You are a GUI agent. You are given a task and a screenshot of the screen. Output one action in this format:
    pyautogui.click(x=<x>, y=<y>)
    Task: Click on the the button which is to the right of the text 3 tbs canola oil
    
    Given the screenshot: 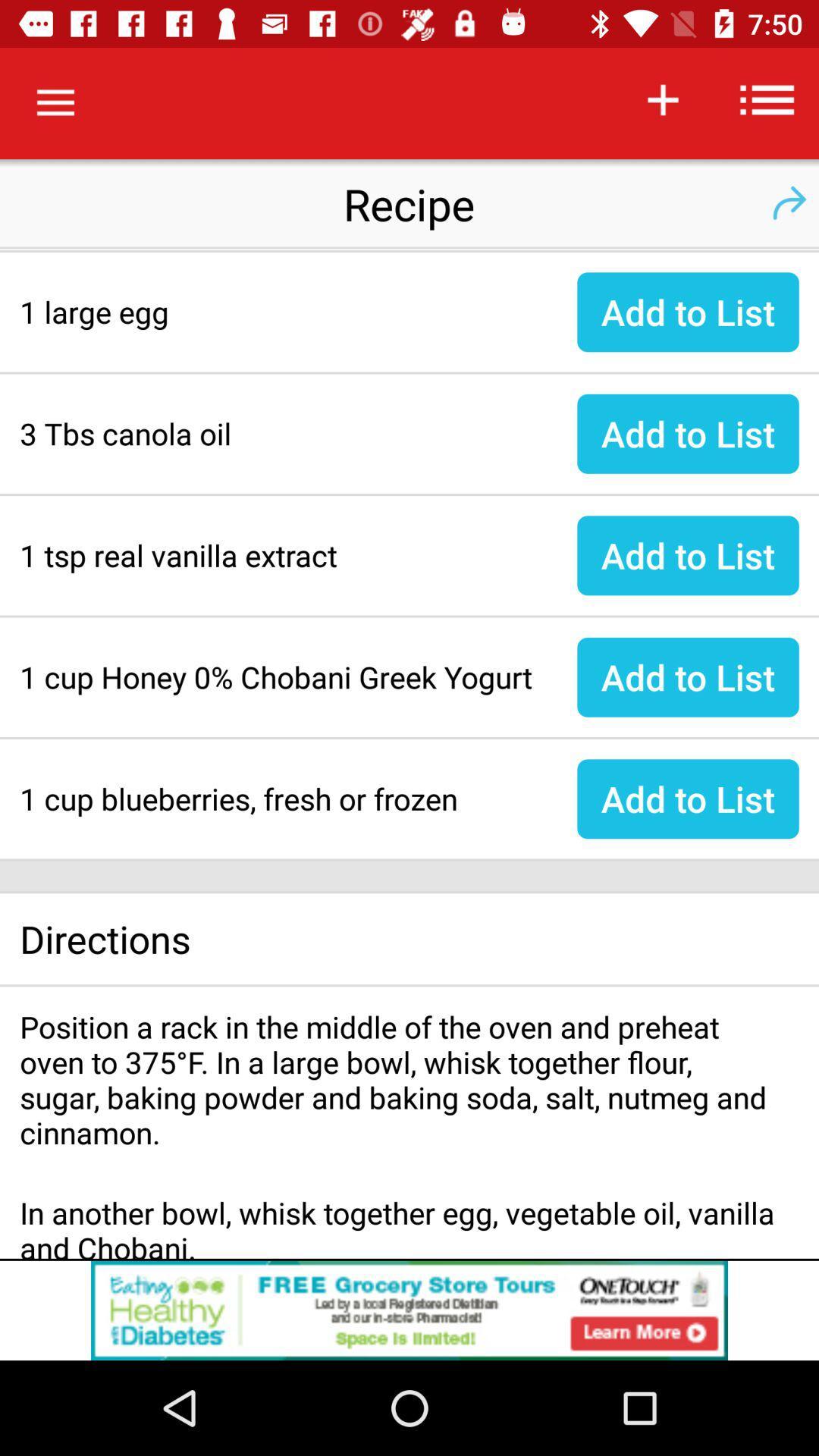 What is the action you would take?
    pyautogui.click(x=688, y=433)
    